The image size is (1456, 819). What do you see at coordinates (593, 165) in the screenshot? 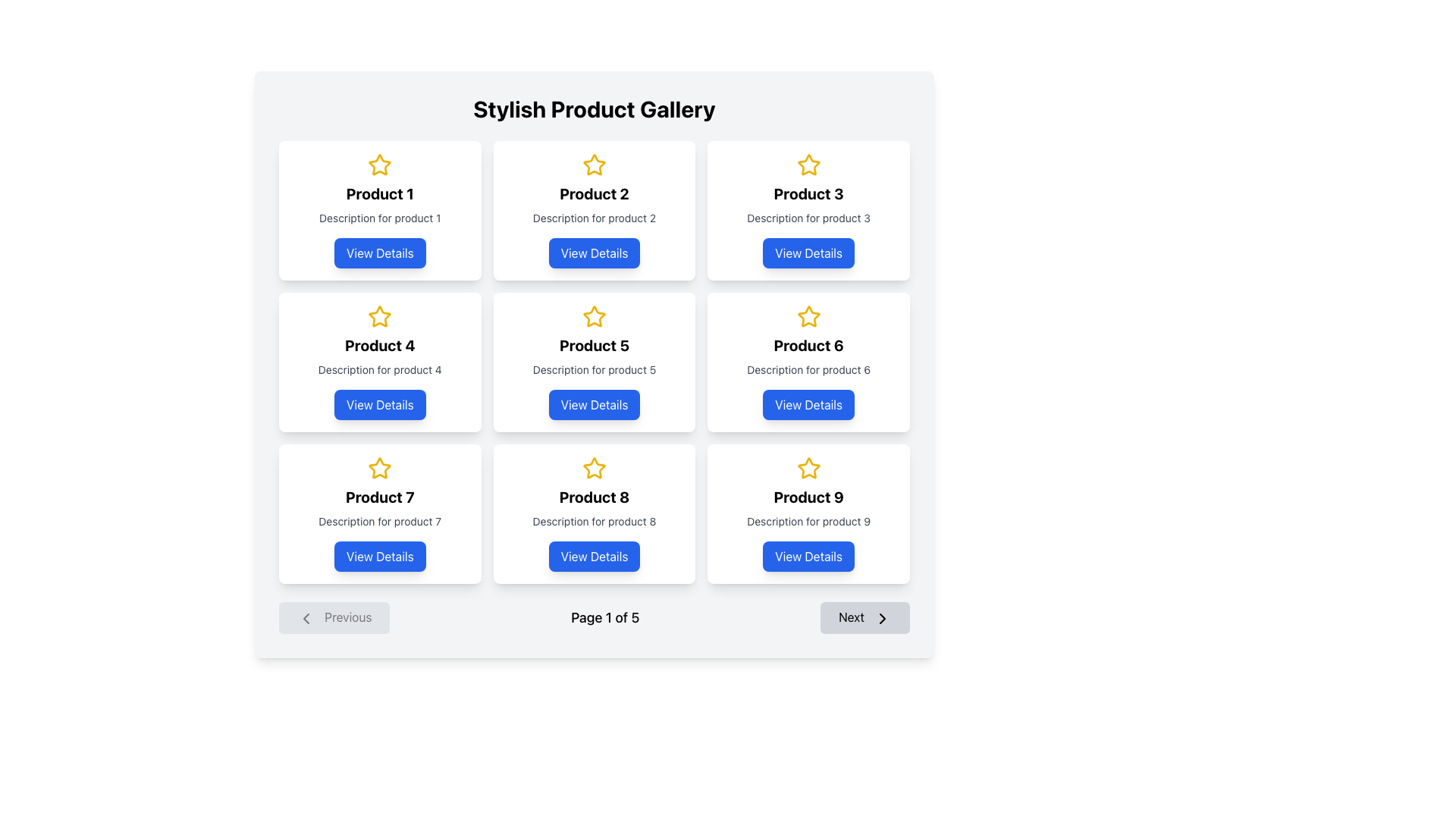
I see `the star-shaped icon with a yellow outline that indicates a rating or favorite for 'Product 2'` at bounding box center [593, 165].